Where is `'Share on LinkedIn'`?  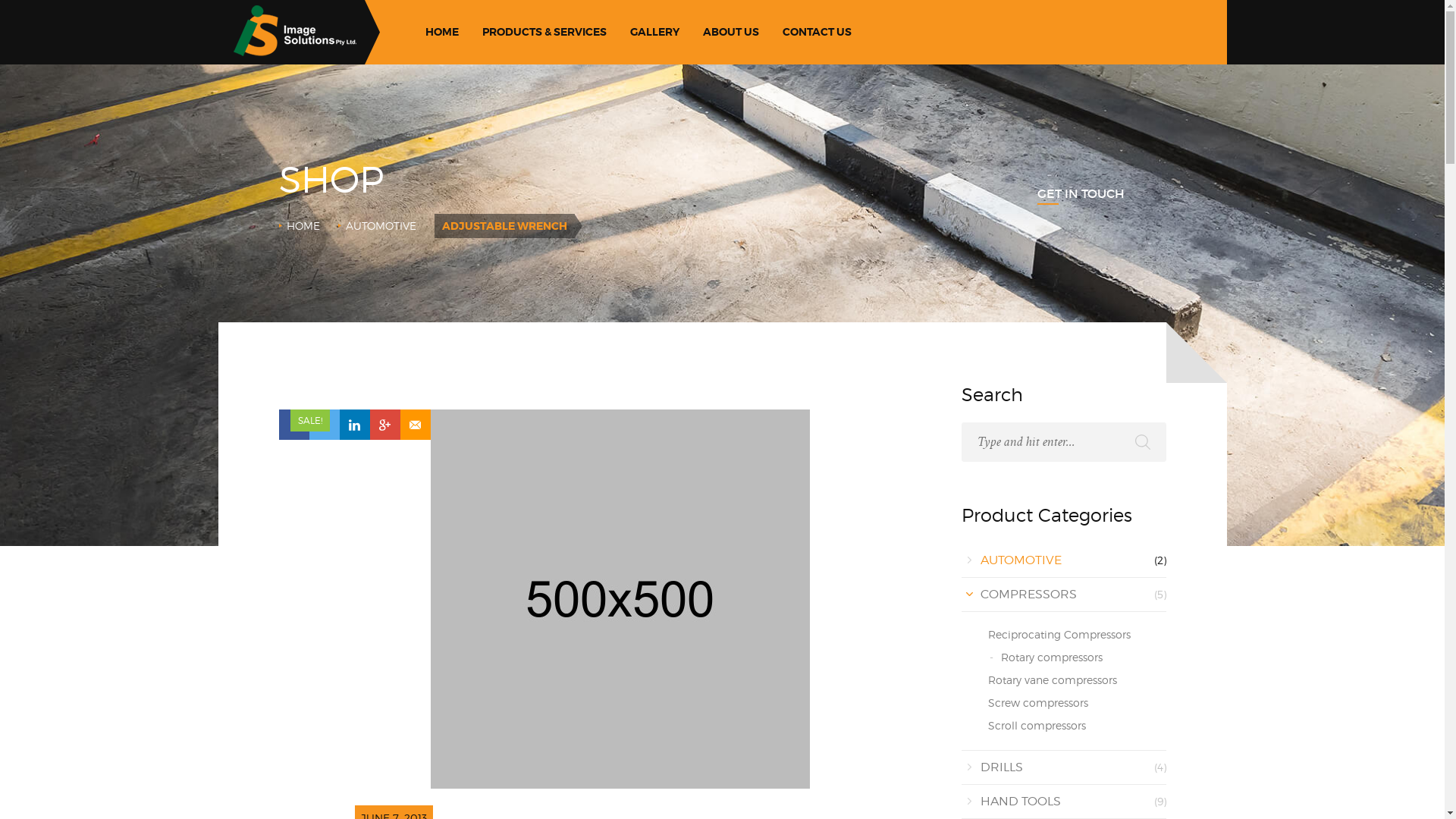
'Share on LinkedIn' is located at coordinates (353, 424).